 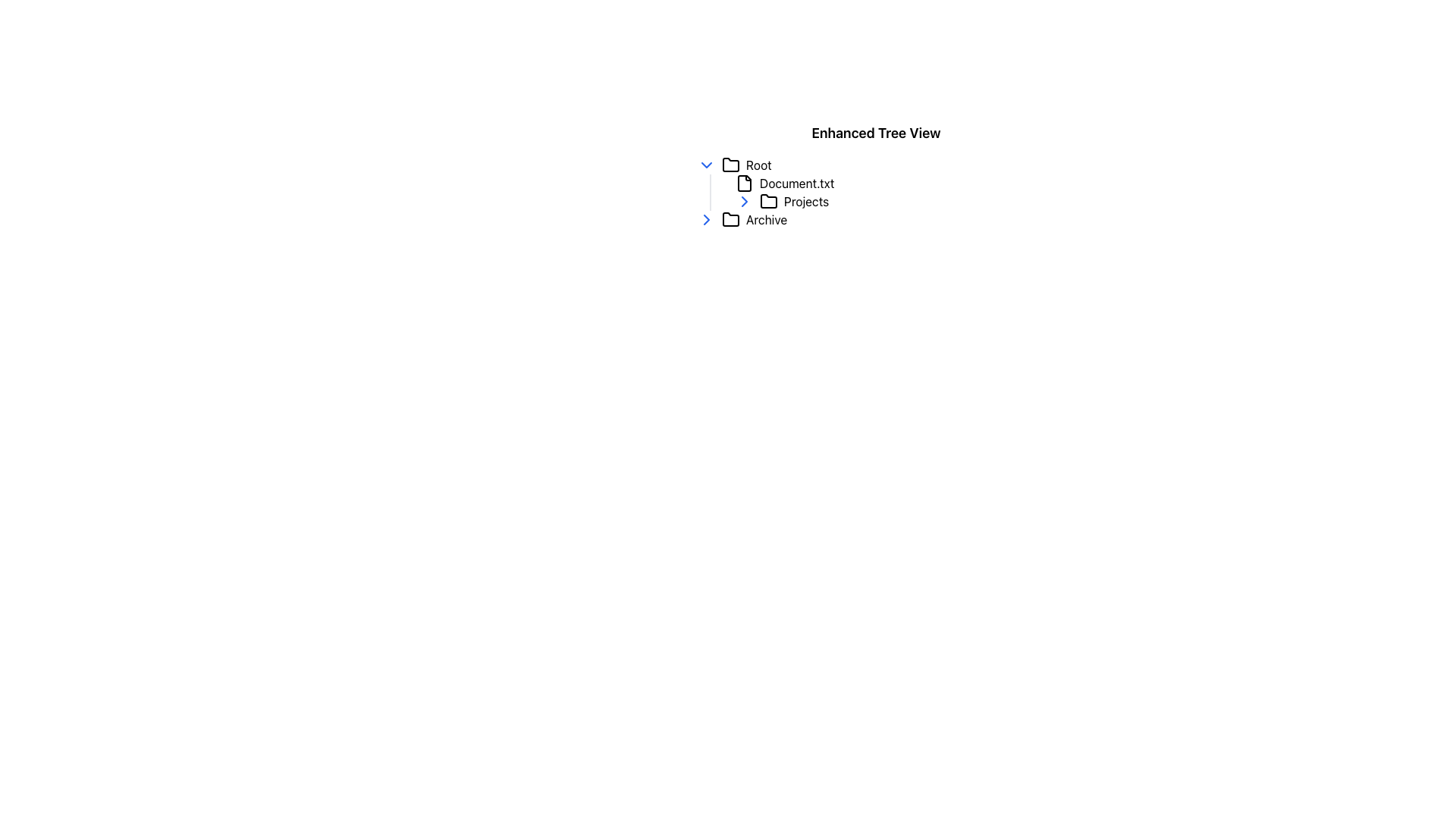 What do you see at coordinates (768, 200) in the screenshot?
I see `the folder-shaped icon that is part of the hierarchical tree structure, located directly to the left of the text 'Projects'` at bounding box center [768, 200].